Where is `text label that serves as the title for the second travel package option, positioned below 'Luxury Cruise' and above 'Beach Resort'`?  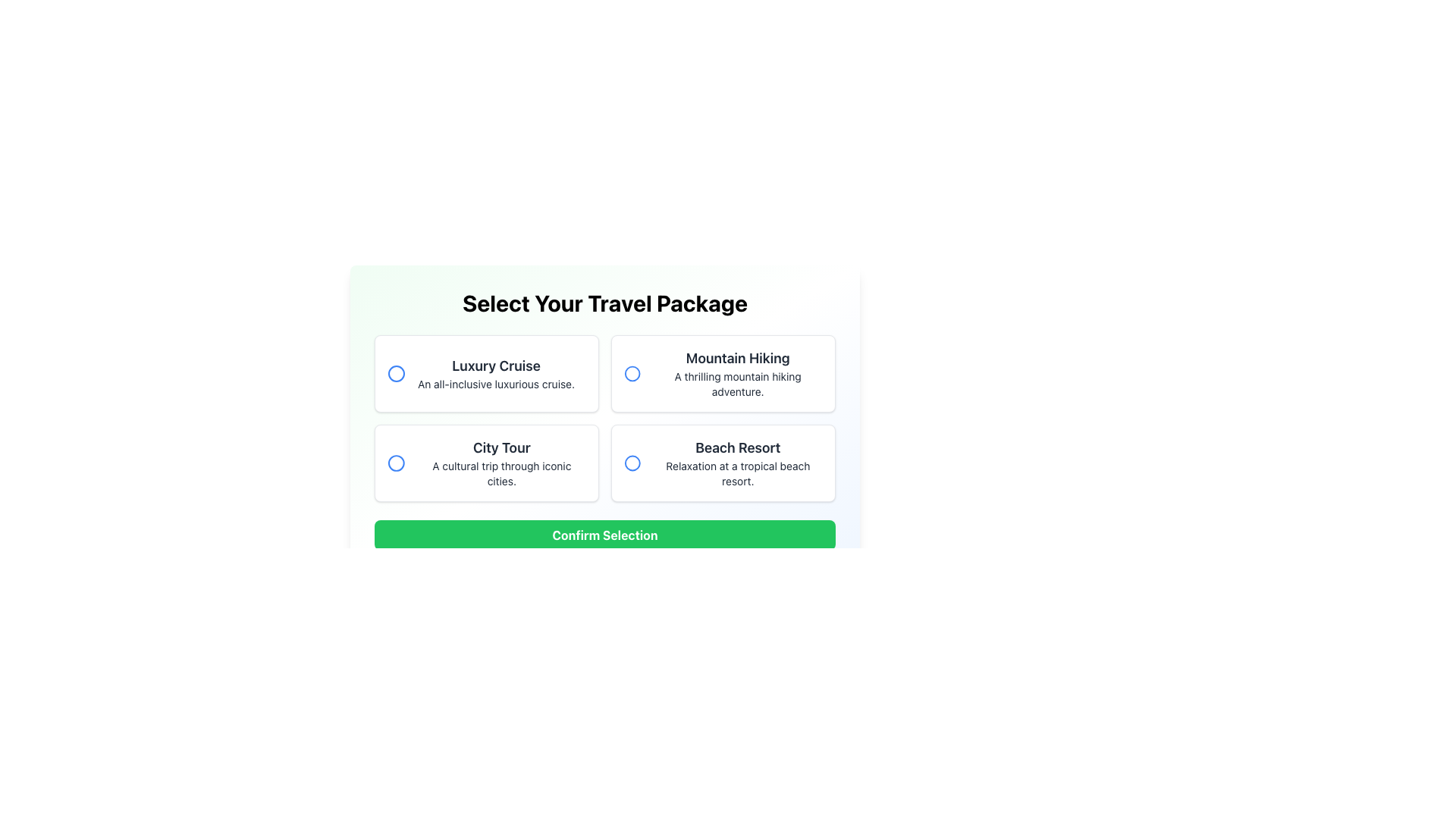 text label that serves as the title for the second travel package option, positioned below 'Luxury Cruise' and above 'Beach Resort' is located at coordinates (501, 447).